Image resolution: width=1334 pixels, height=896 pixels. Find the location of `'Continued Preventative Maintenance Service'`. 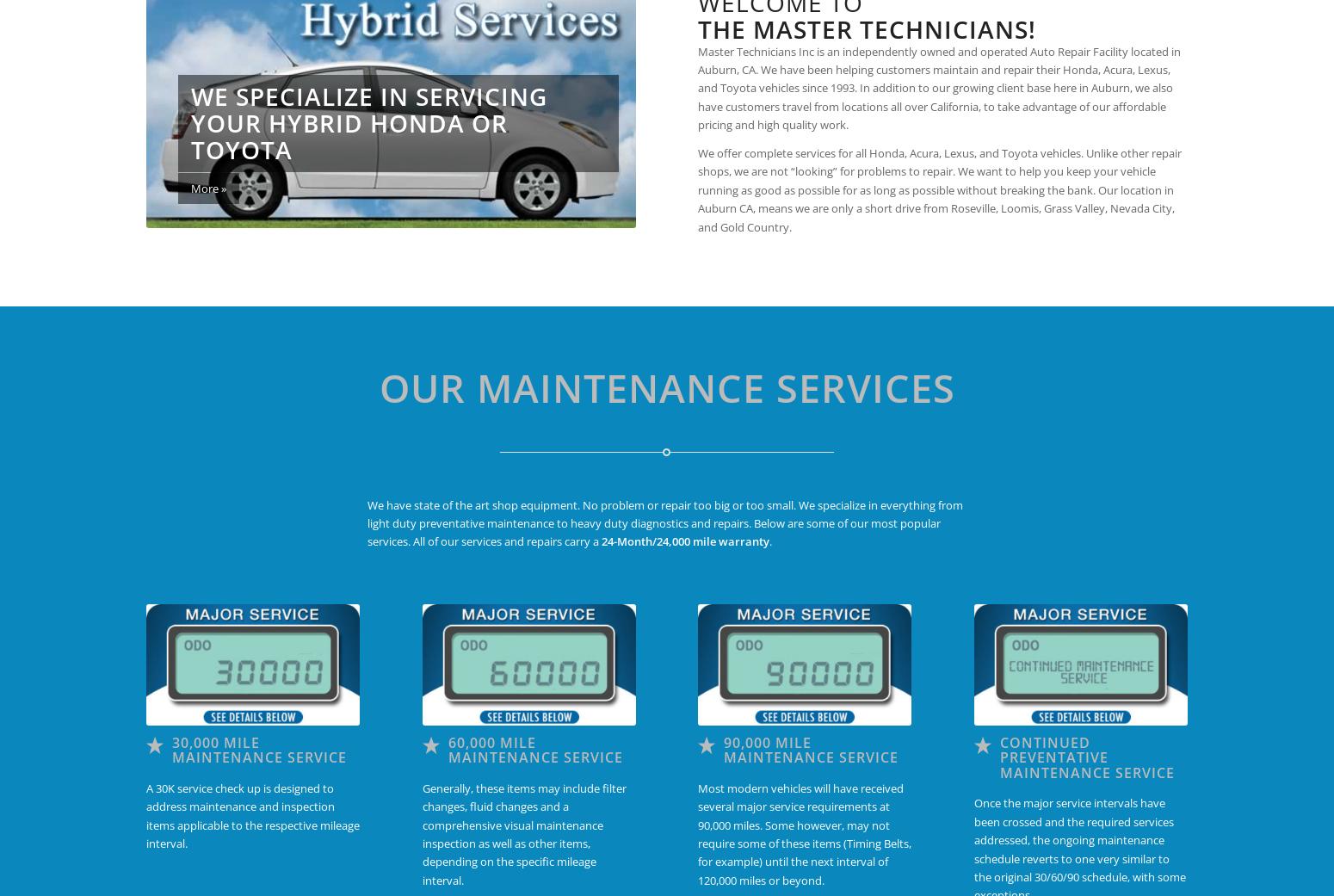

'Continued Preventative Maintenance Service' is located at coordinates (1085, 756).